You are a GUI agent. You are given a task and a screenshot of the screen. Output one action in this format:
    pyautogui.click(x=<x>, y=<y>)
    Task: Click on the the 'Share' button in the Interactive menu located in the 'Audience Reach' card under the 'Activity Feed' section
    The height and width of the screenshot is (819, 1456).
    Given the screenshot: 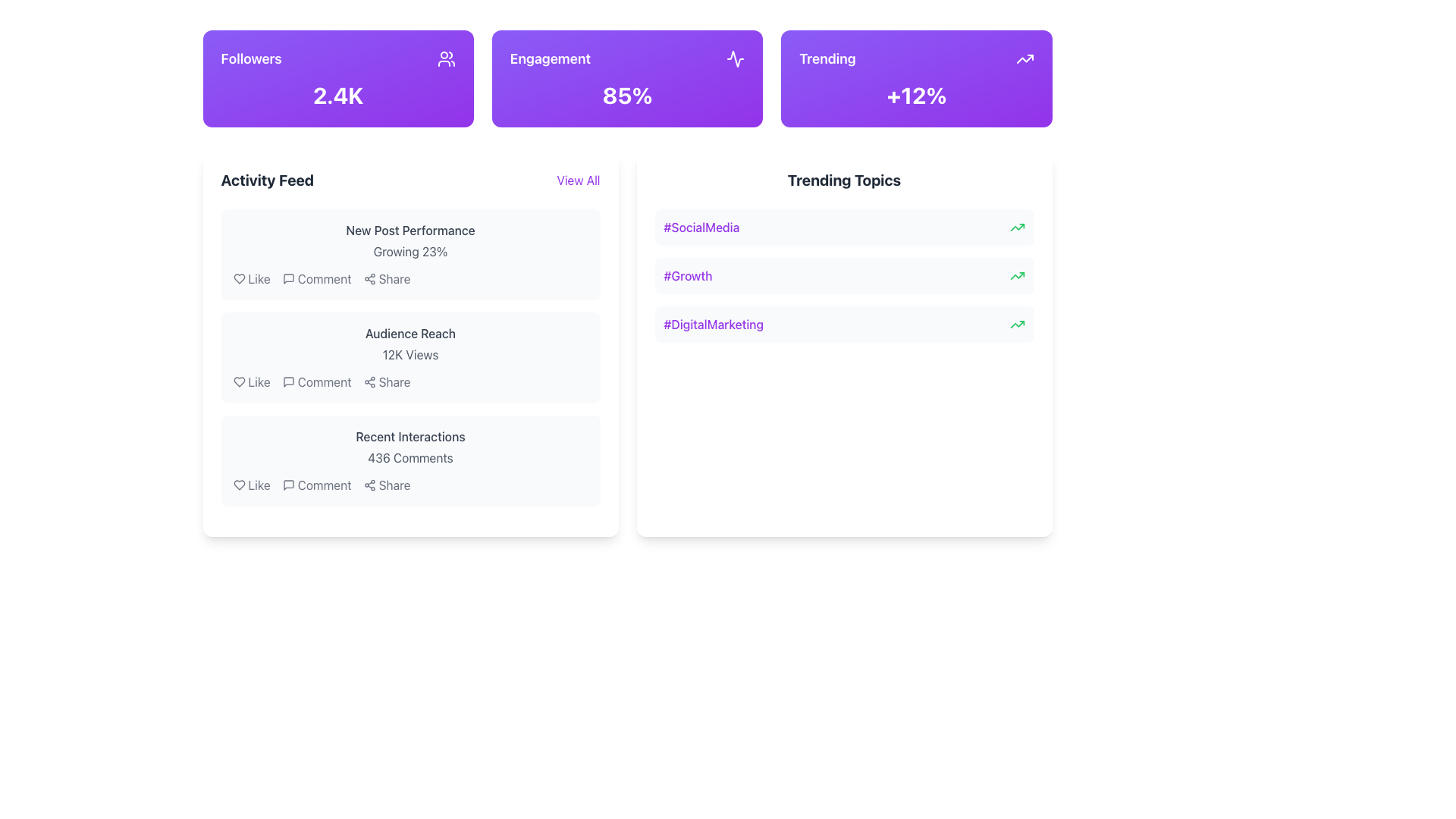 What is the action you would take?
    pyautogui.click(x=410, y=381)
    